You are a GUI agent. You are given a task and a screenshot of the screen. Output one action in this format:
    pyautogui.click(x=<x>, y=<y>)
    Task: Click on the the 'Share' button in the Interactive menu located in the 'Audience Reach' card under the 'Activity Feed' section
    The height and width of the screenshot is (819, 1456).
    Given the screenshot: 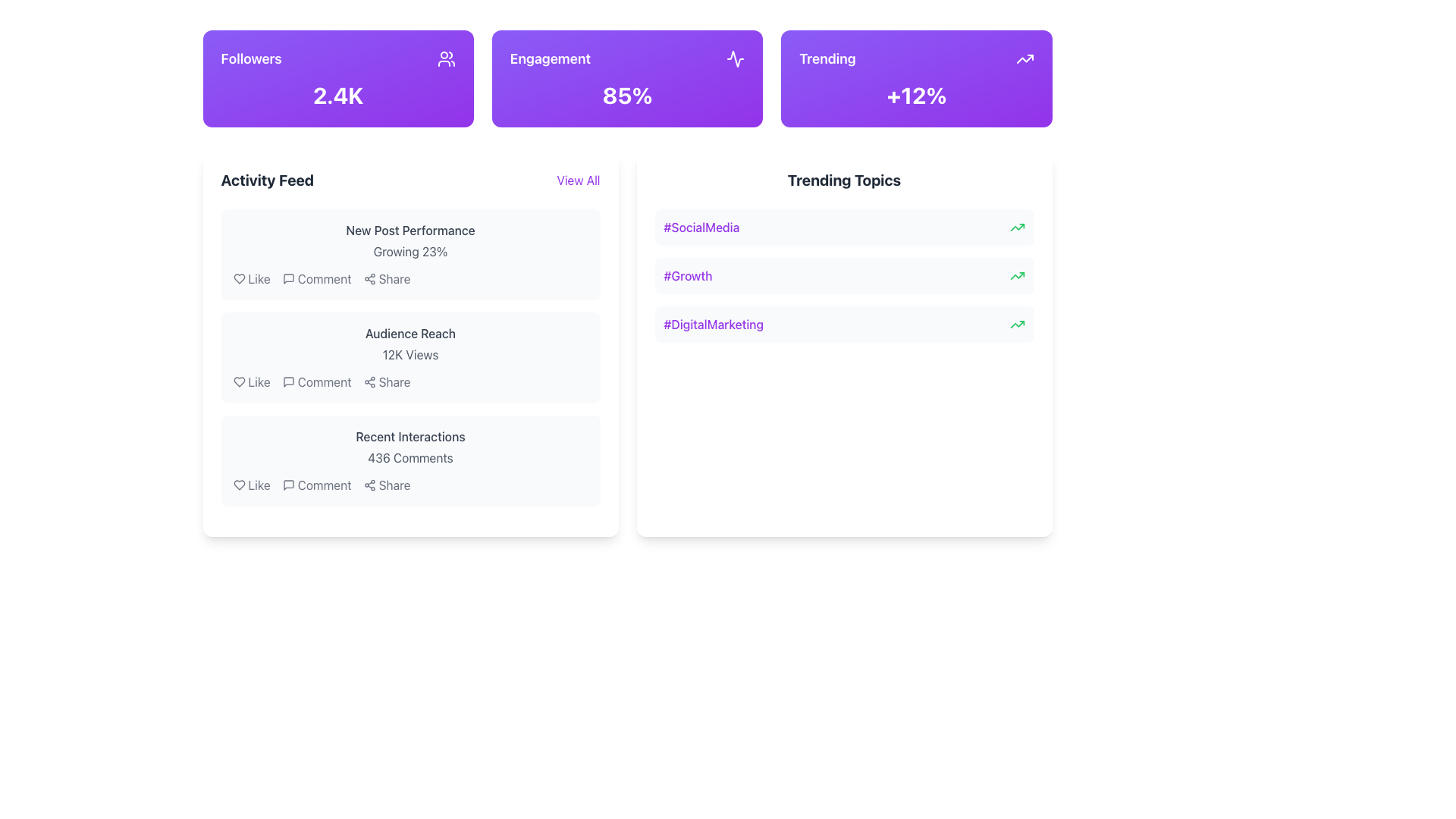 What is the action you would take?
    pyautogui.click(x=410, y=381)
    